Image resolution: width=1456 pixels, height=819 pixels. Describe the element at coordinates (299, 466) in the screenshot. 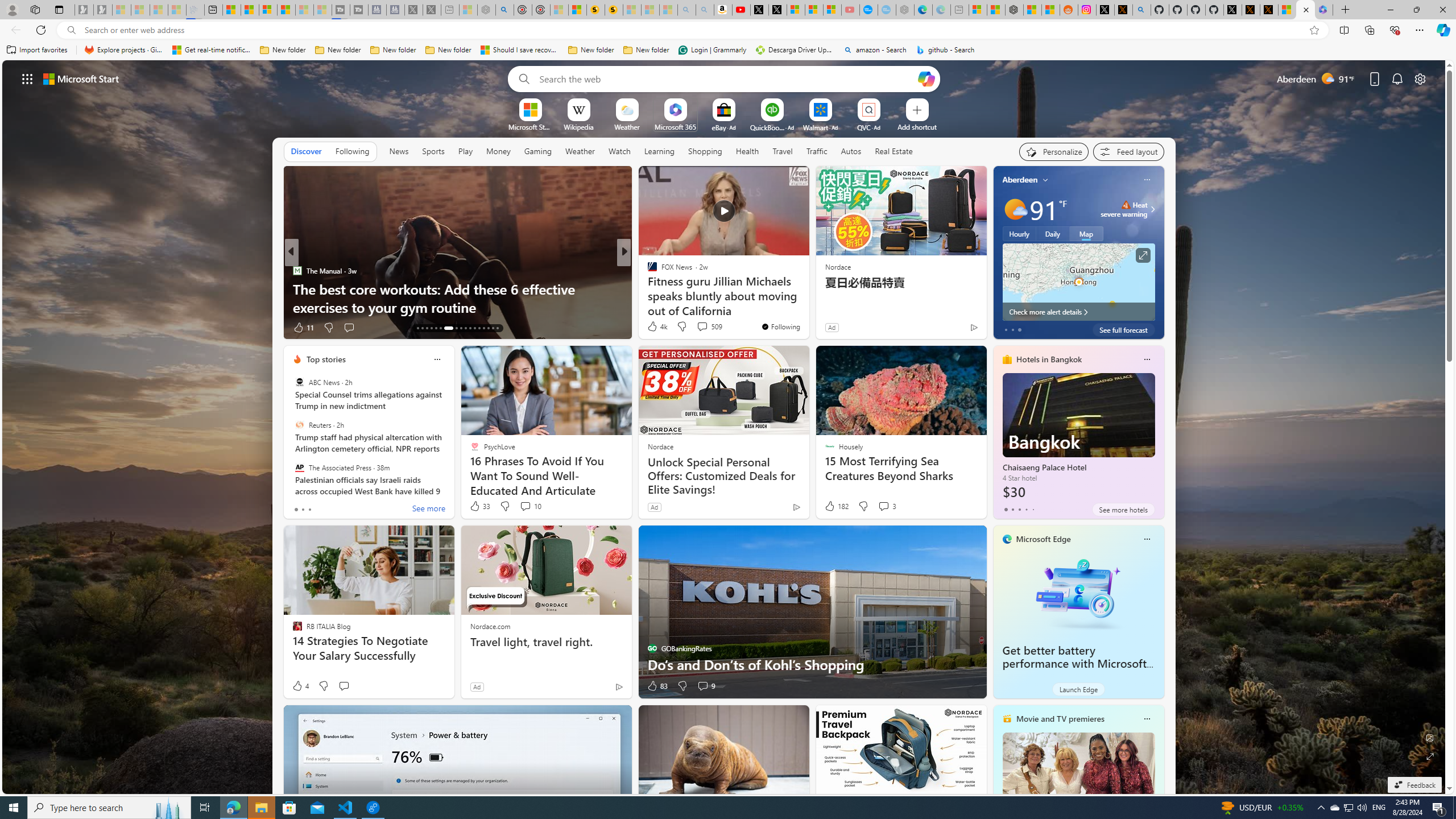

I see `'The Associated Press'` at that location.